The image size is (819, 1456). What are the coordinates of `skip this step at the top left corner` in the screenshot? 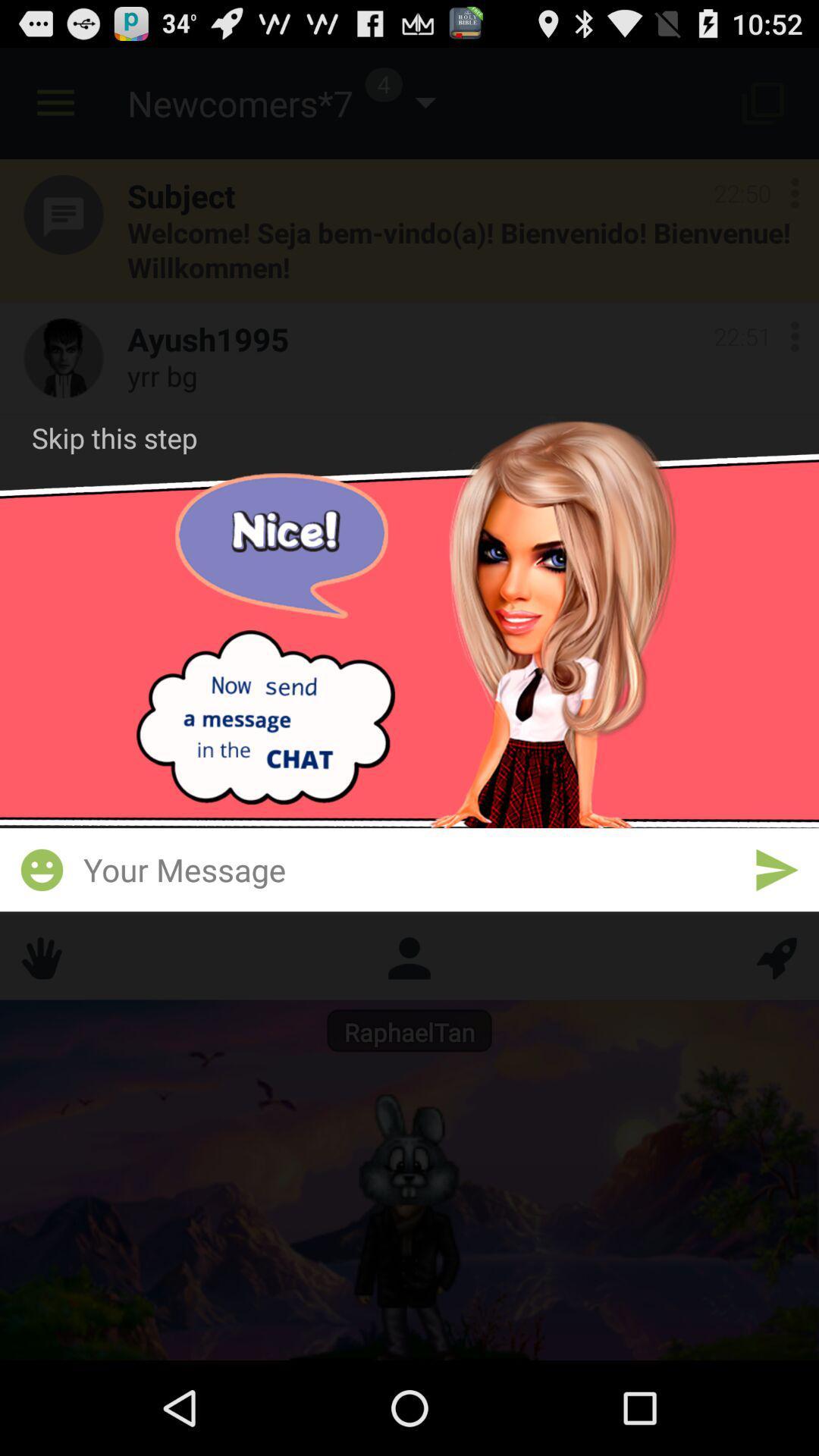 It's located at (114, 437).